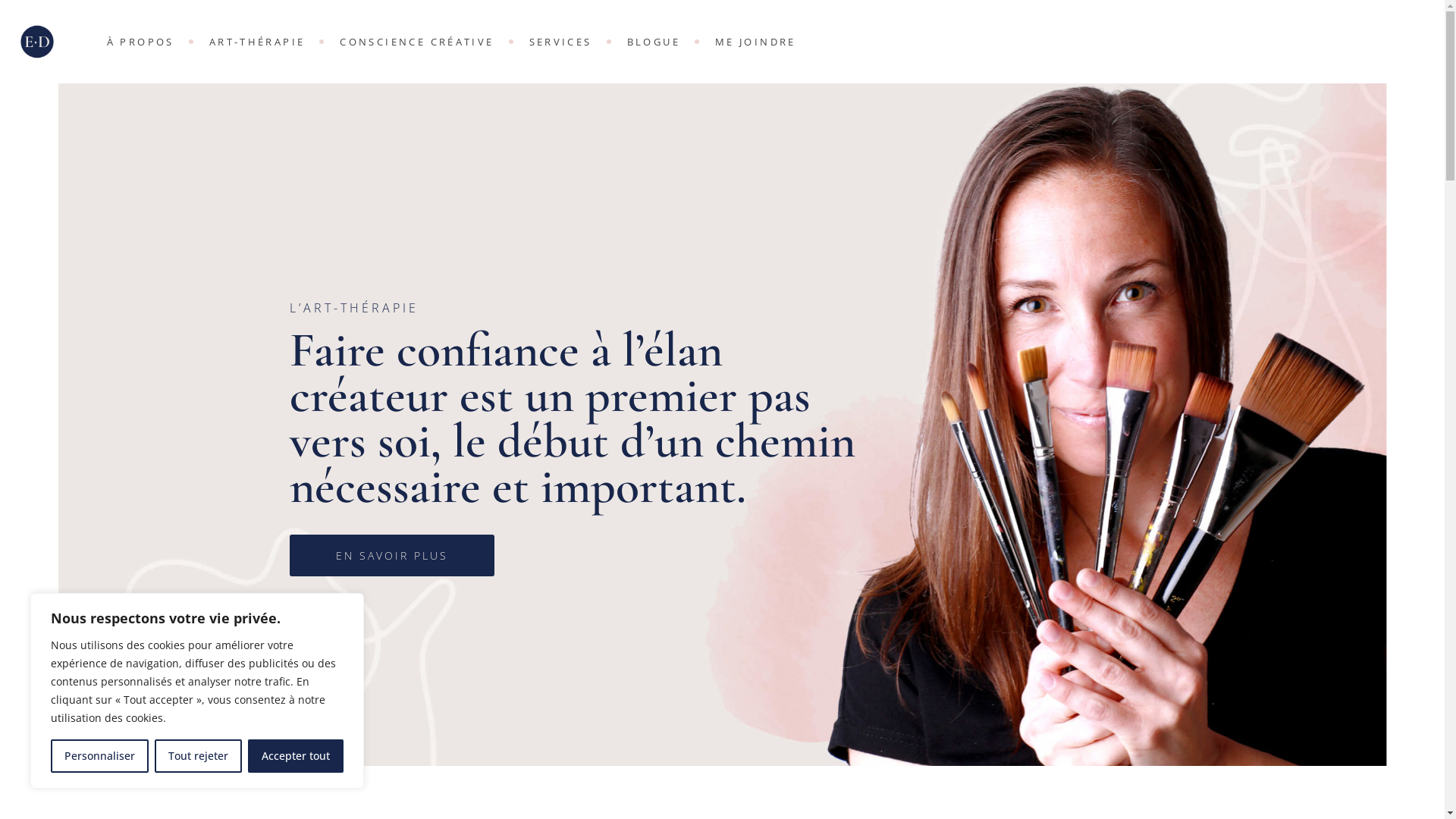 This screenshot has height=819, width=1456. What do you see at coordinates (99, 755) in the screenshot?
I see `'Personnaliser'` at bounding box center [99, 755].